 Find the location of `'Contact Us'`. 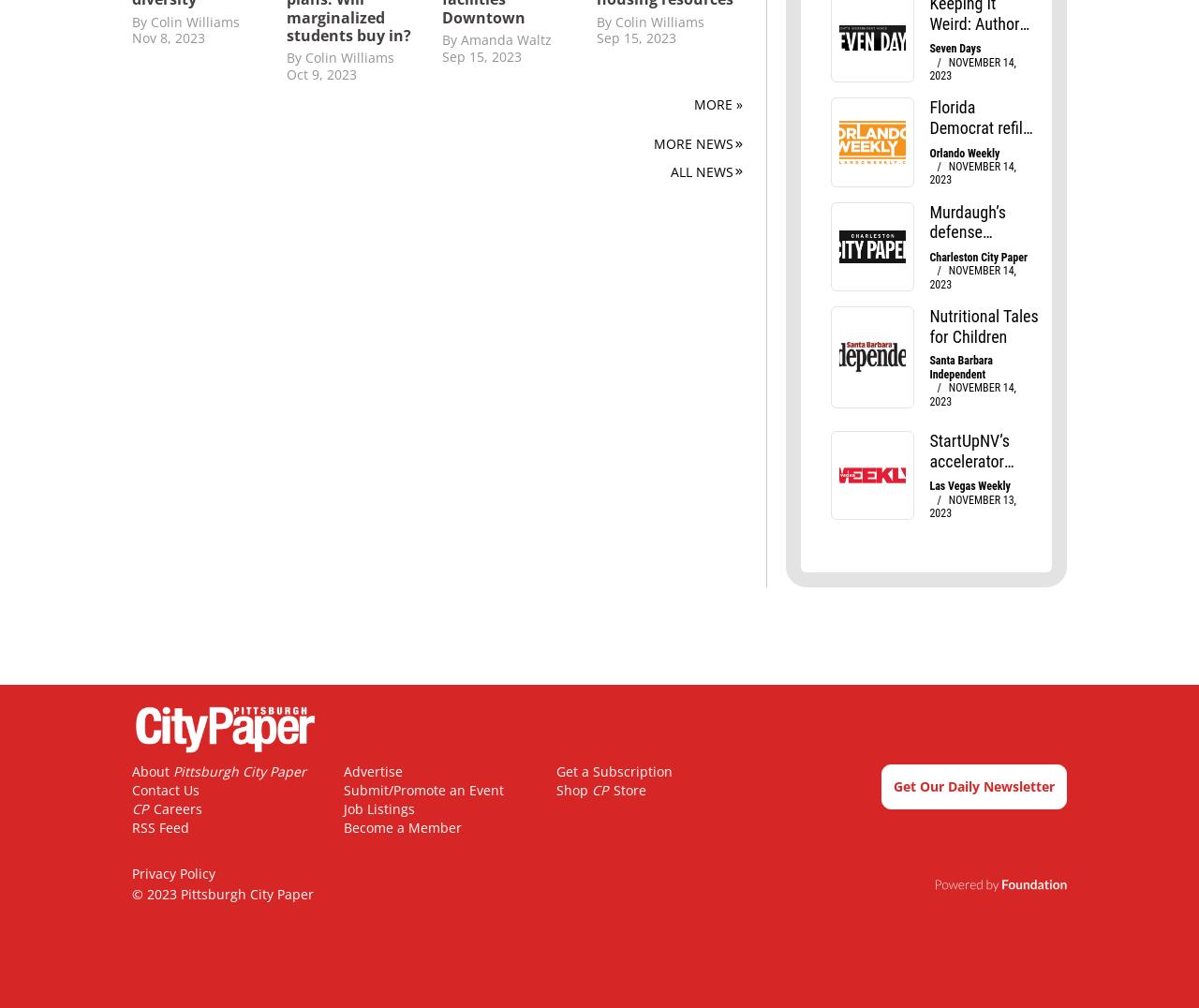

'Contact Us' is located at coordinates (166, 789).